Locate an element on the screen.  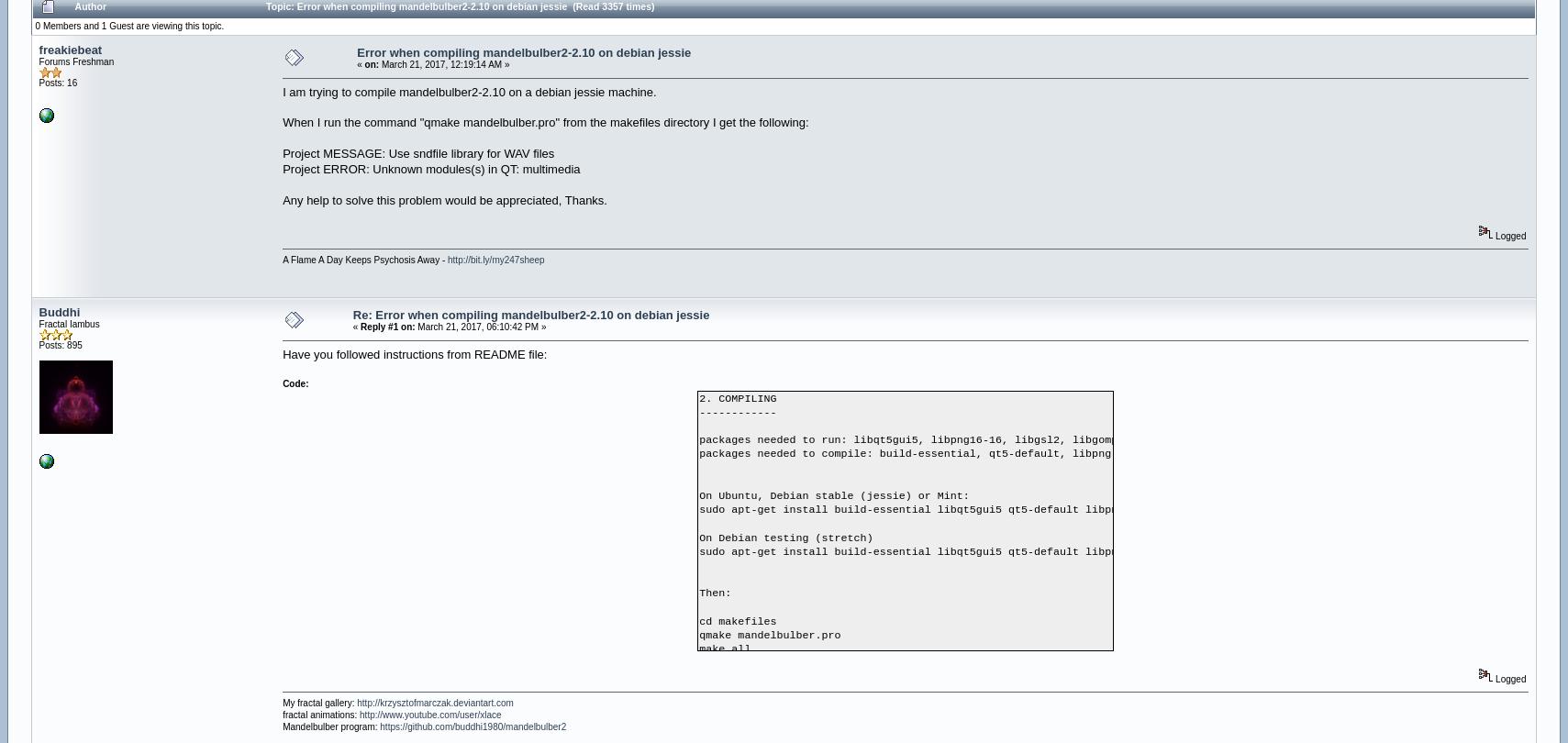
'March 21, 2017, 06:10:42 PM »' is located at coordinates (479, 325).